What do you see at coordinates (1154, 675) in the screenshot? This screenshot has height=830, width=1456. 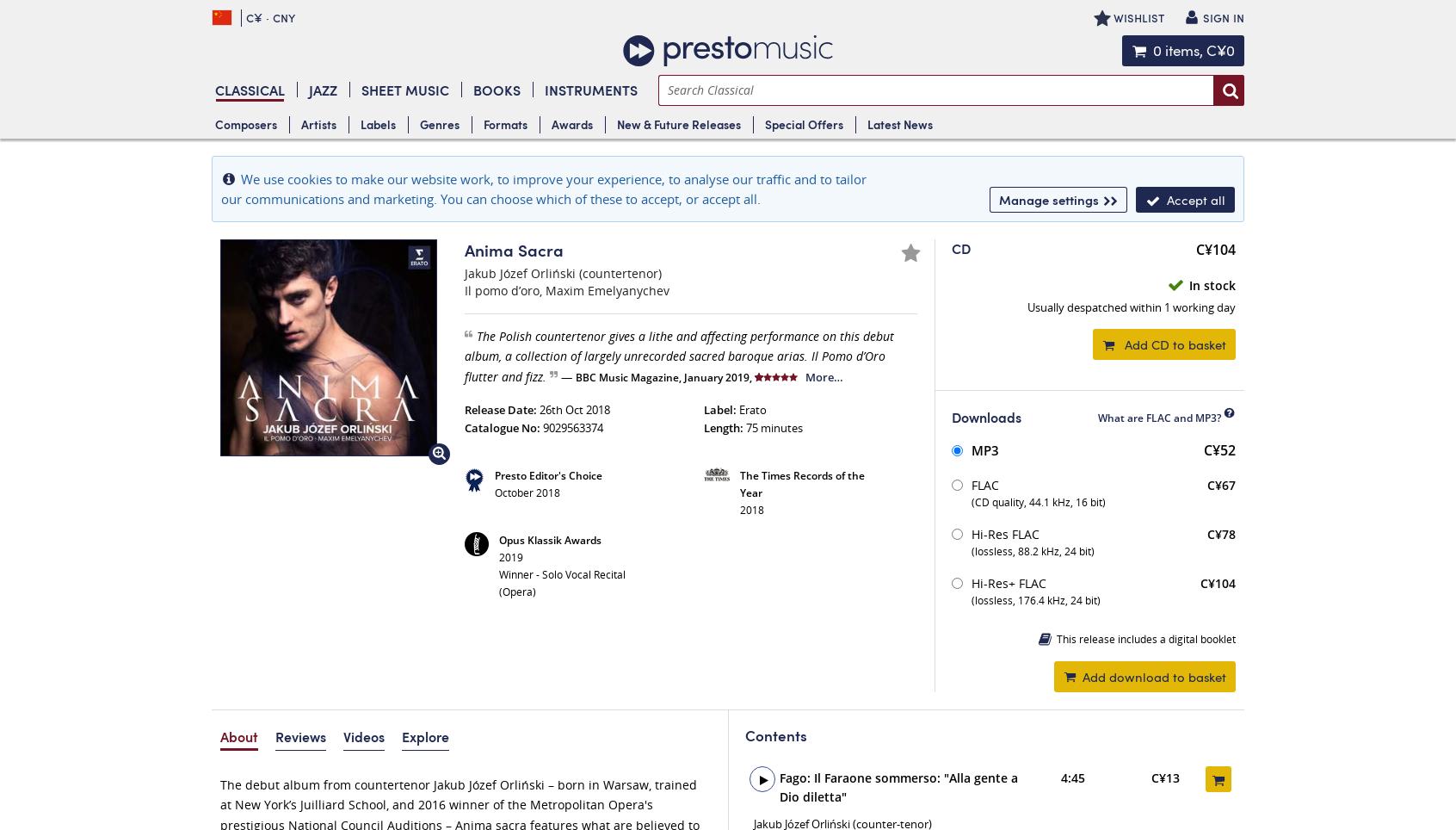 I see `'Add download to basket'` at bounding box center [1154, 675].